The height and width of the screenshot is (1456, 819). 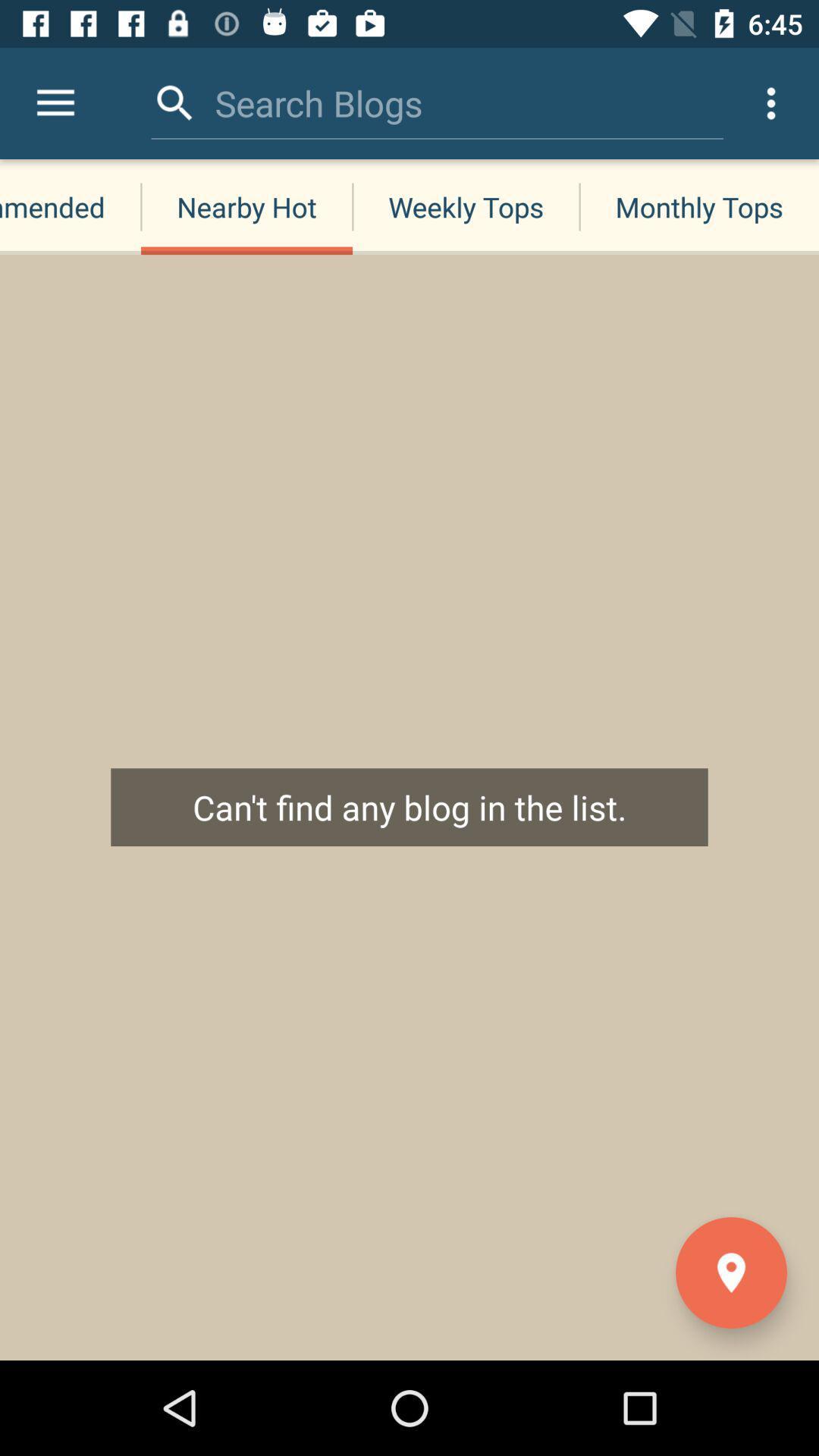 I want to click on the top right corner icon, so click(x=771, y=103).